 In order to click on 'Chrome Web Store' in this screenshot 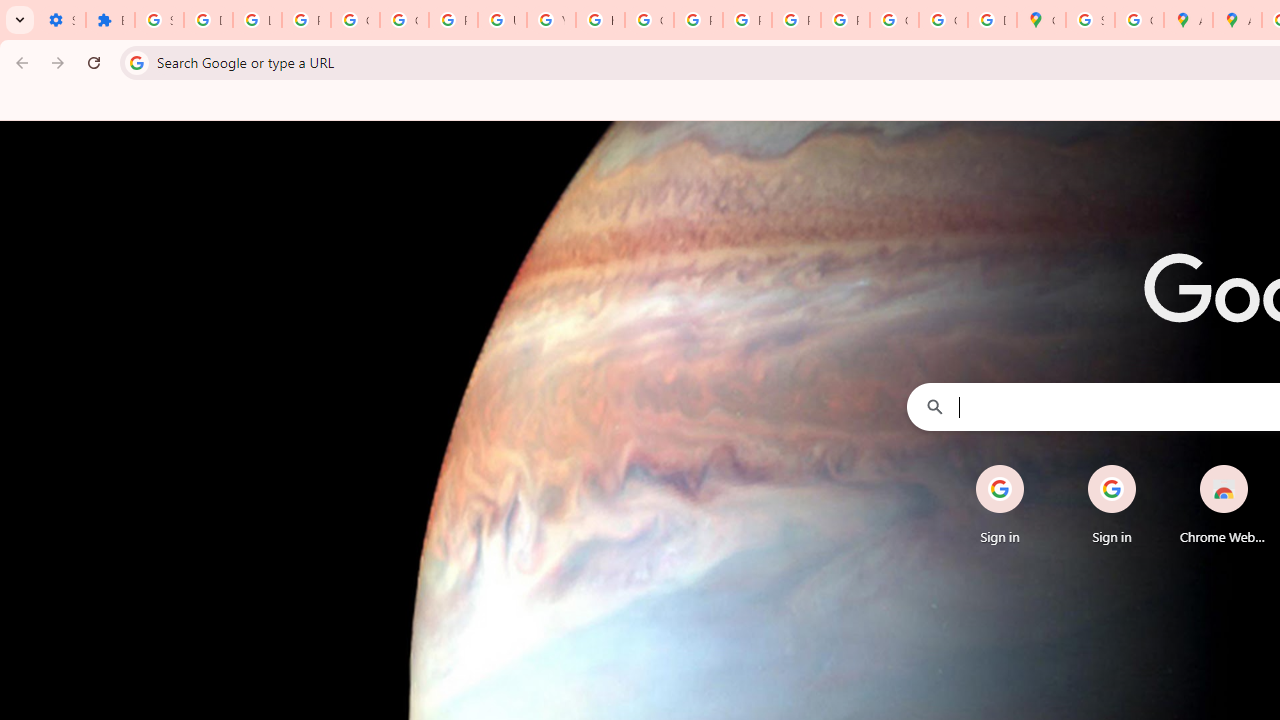, I will do `click(1222, 504)`.